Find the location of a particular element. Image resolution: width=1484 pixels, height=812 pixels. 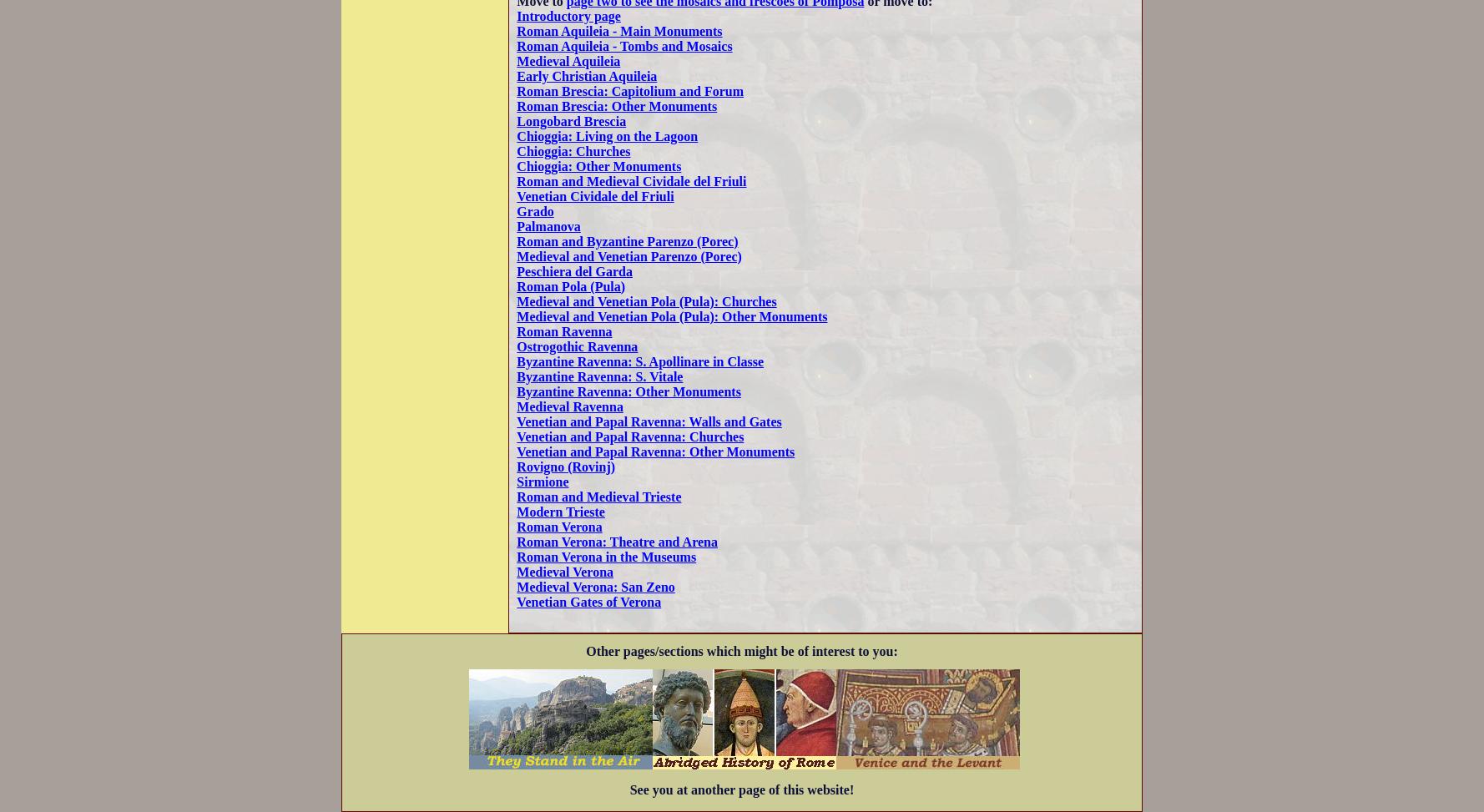

'Chioggia: Other Monuments' is located at coordinates (515, 165).